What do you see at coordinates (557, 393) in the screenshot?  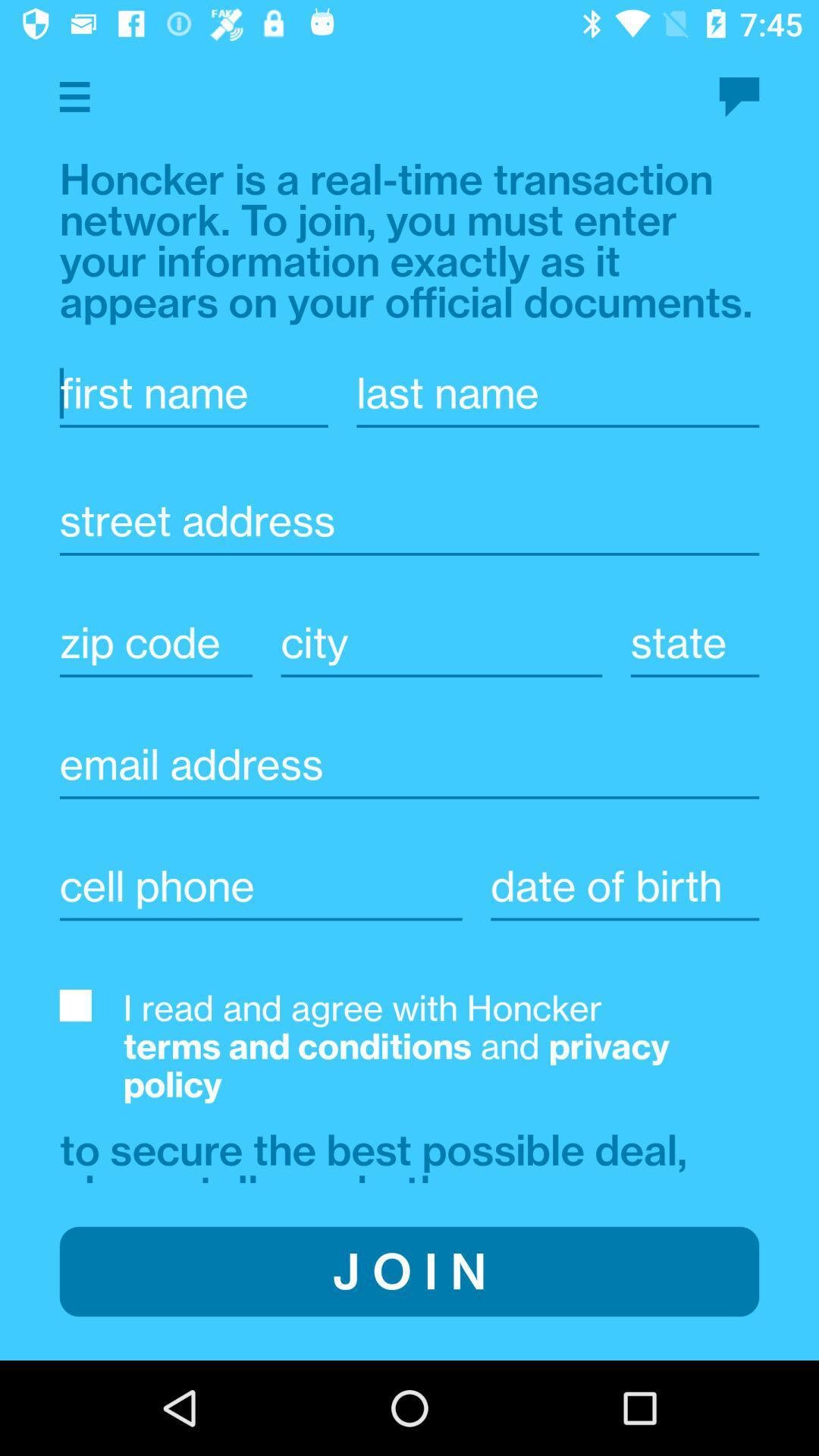 I see `last name` at bounding box center [557, 393].